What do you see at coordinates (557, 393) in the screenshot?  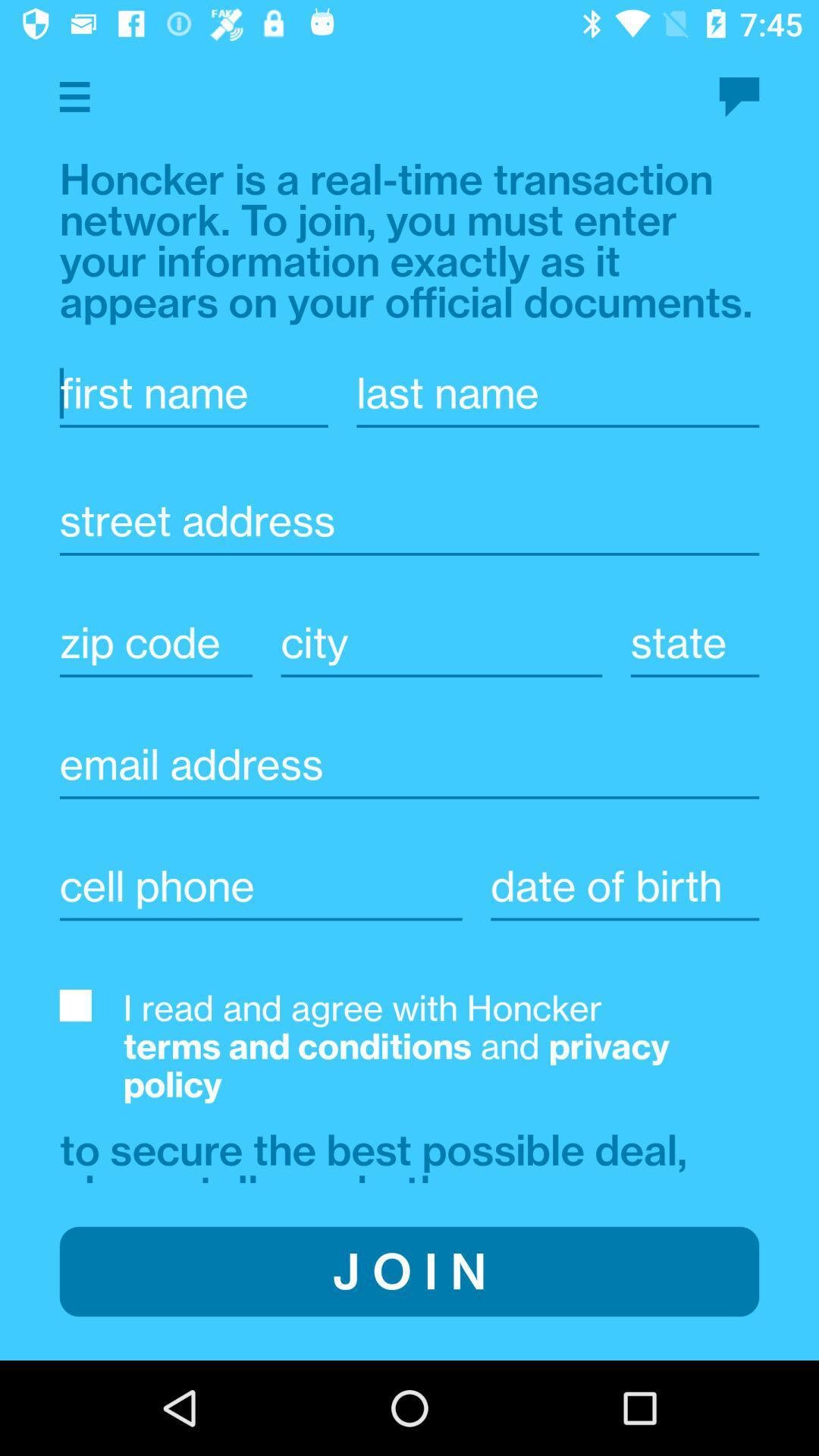 I see `last name` at bounding box center [557, 393].